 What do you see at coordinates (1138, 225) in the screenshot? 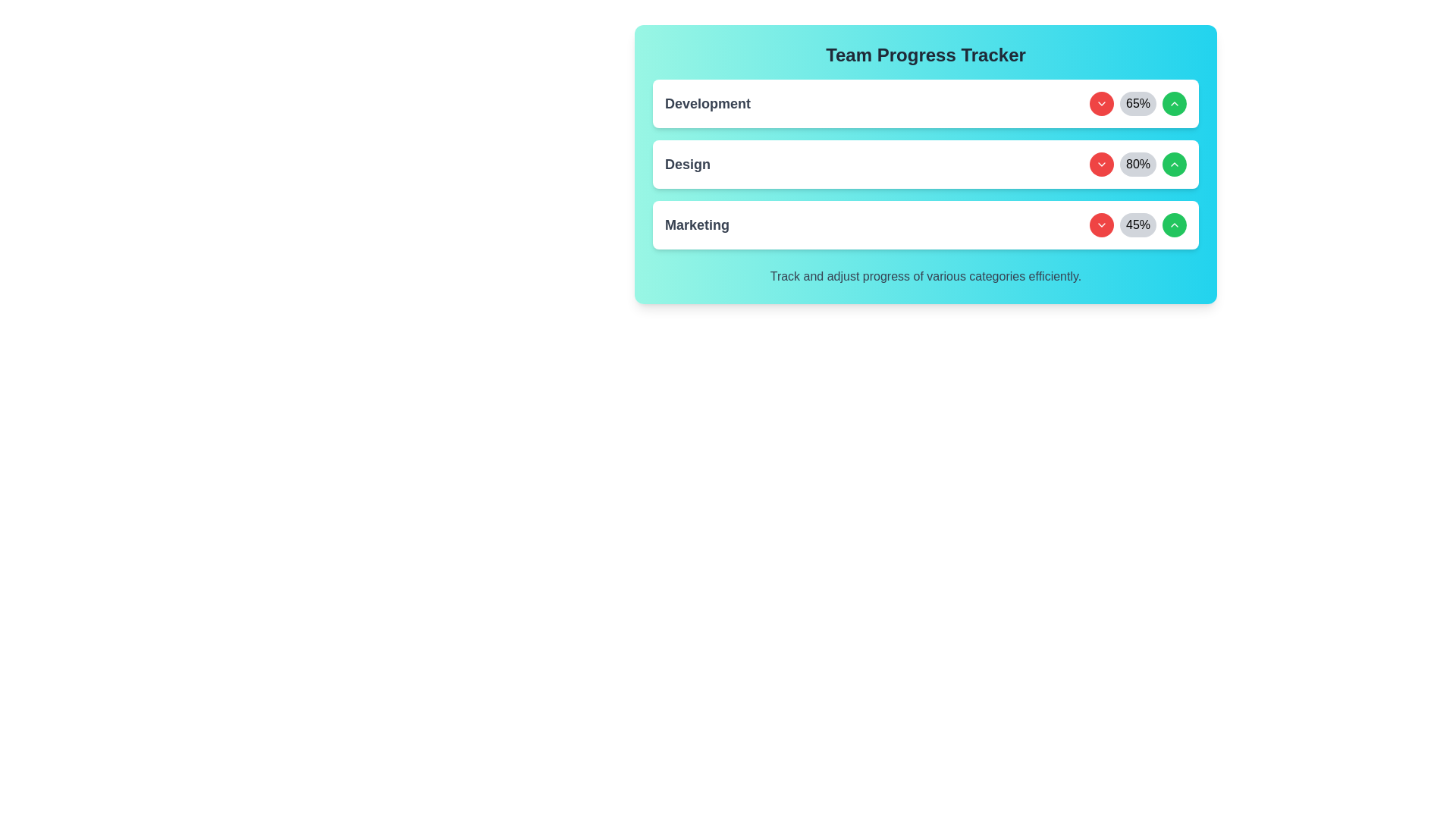
I see `the rounded rectangular static text display showing '45%' in bold black font, located in the third row of the 'Marketing' section, between a red circular button and a green circular button` at bounding box center [1138, 225].